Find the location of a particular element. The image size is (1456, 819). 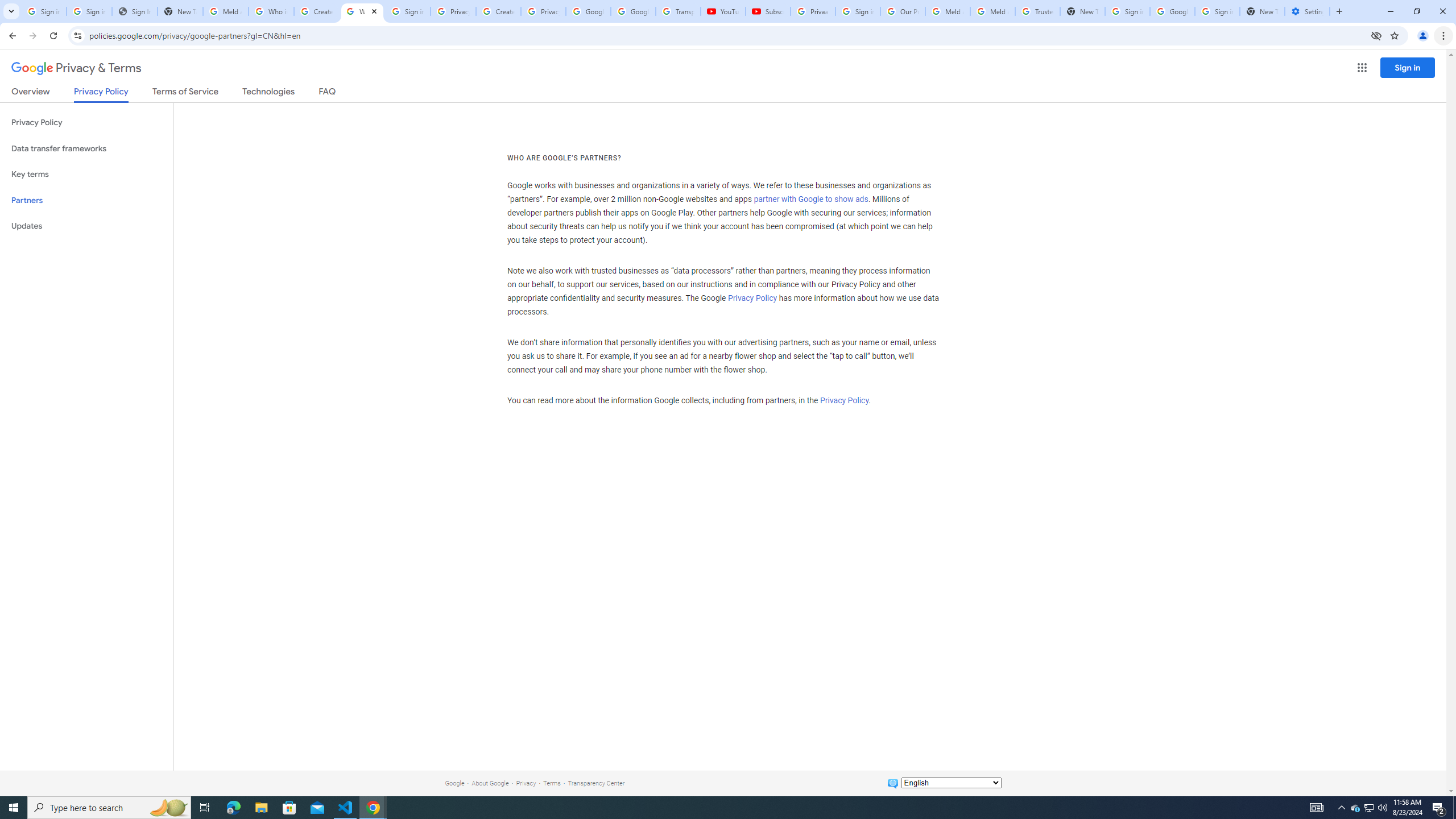

'Sign In - USA TODAY' is located at coordinates (134, 11).